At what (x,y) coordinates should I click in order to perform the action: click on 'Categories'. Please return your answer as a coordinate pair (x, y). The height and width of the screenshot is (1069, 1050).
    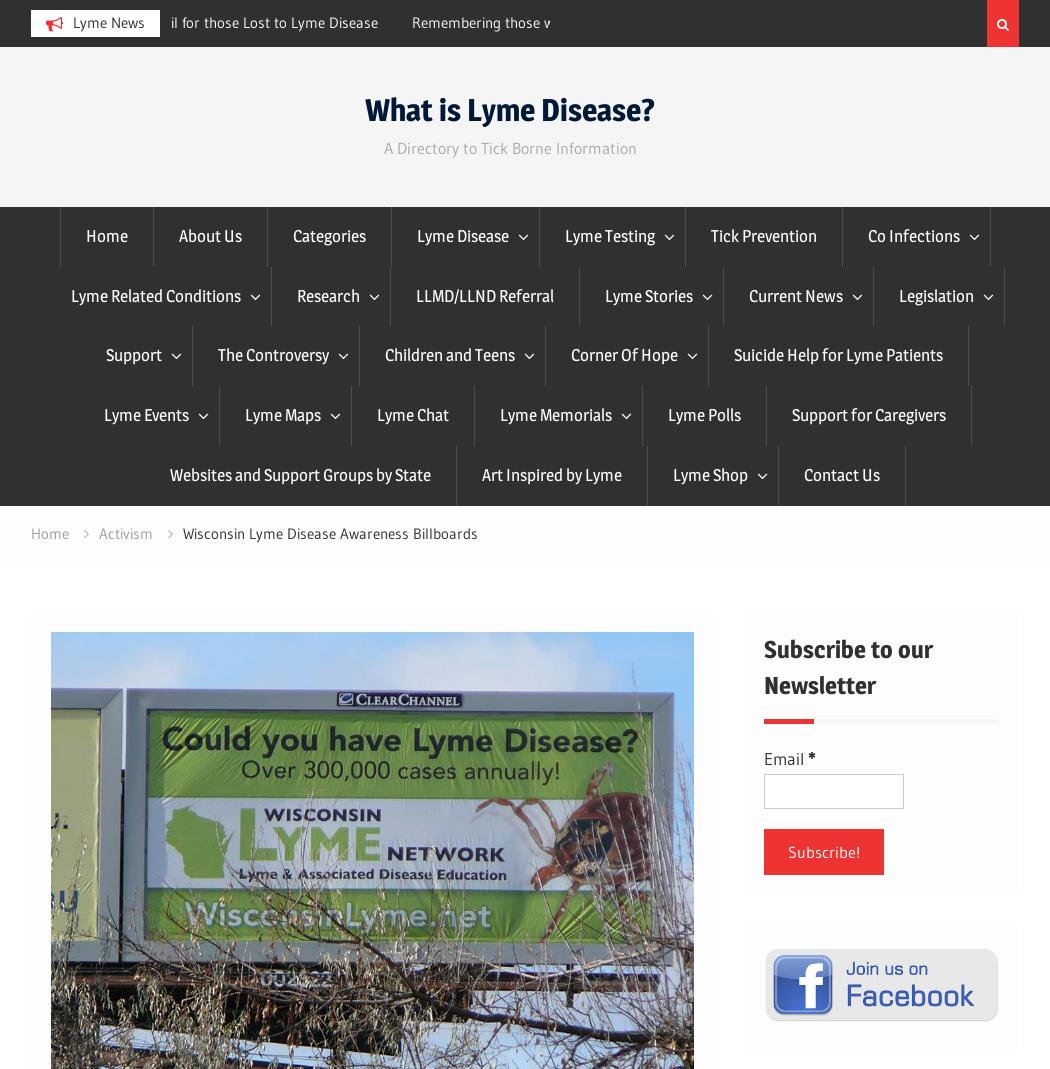
    Looking at the image, I should click on (328, 233).